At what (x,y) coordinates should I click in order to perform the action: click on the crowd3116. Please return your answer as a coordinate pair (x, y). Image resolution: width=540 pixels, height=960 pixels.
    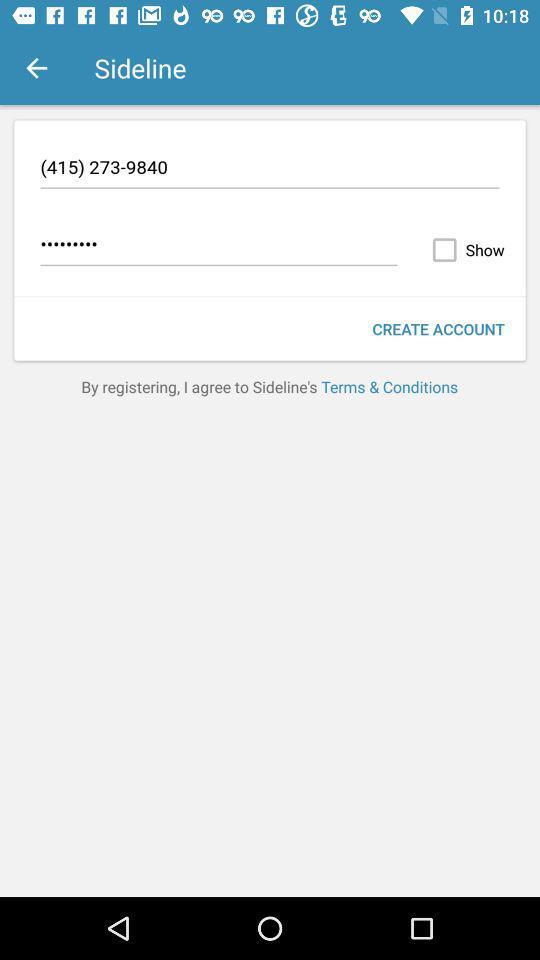
    Looking at the image, I should click on (218, 246).